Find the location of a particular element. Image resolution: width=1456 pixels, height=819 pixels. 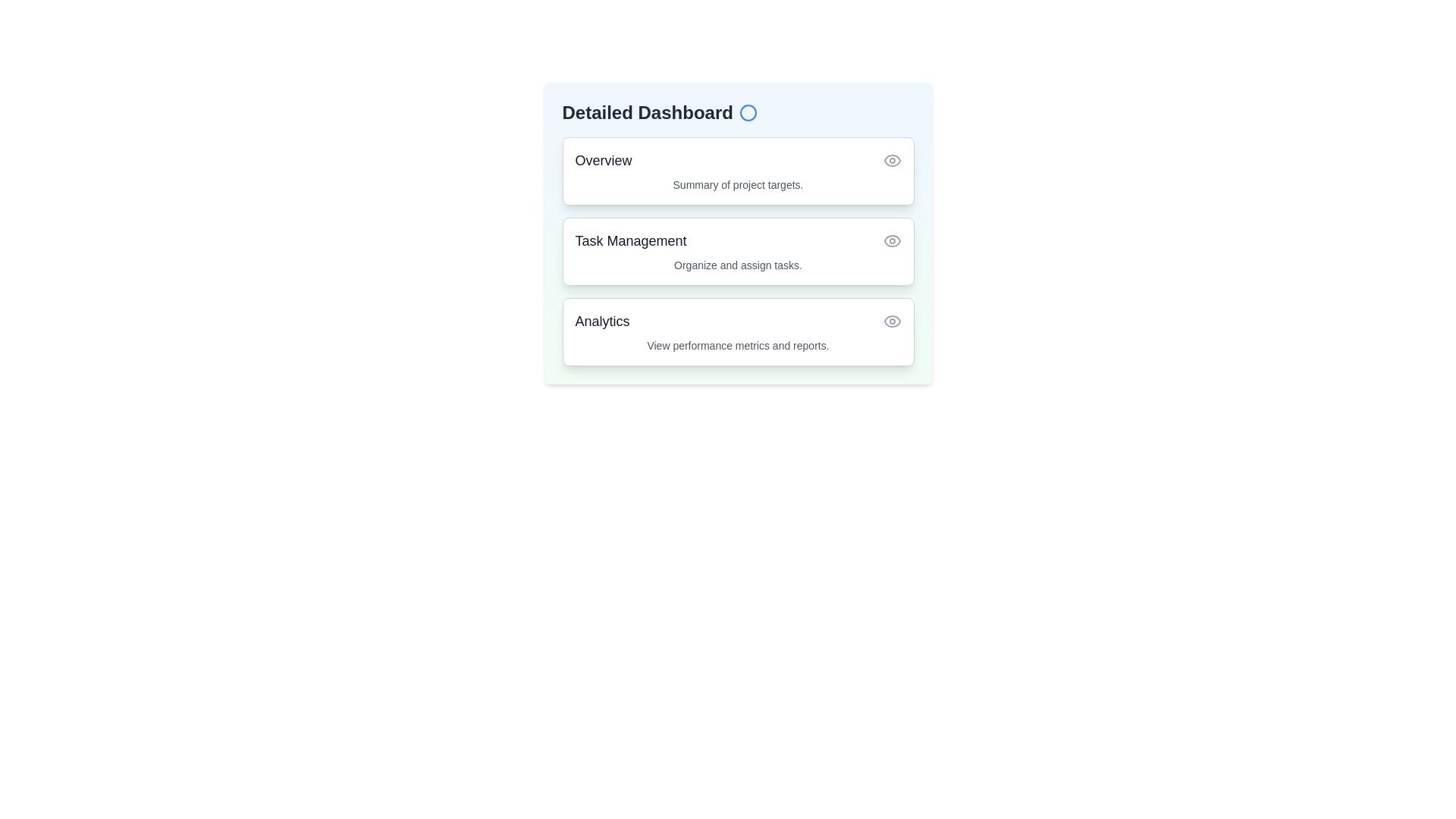

the item Overview to observe its hover effect is located at coordinates (738, 171).